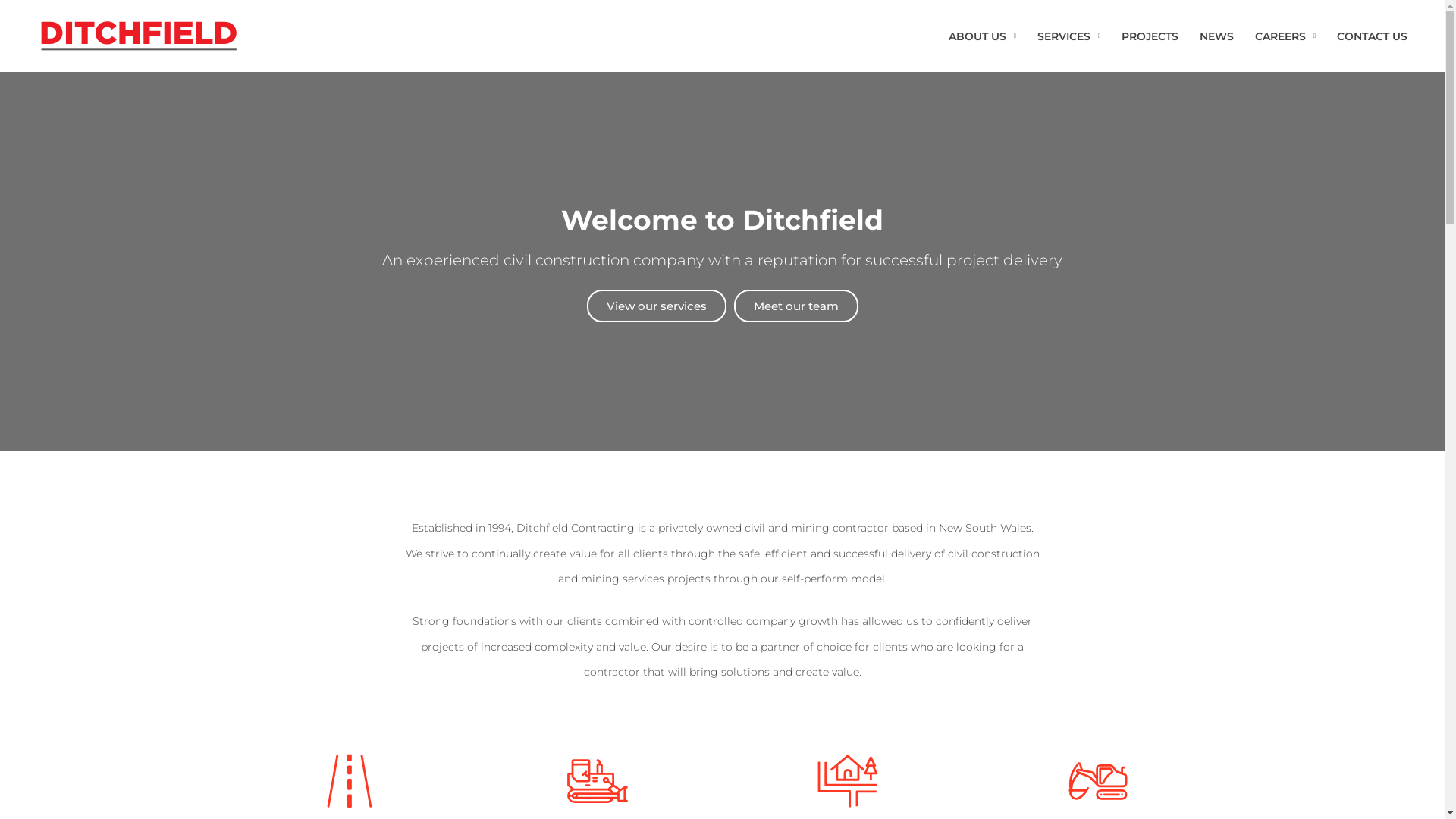  What do you see at coordinates (1150, 35) in the screenshot?
I see `'PROJECTS'` at bounding box center [1150, 35].